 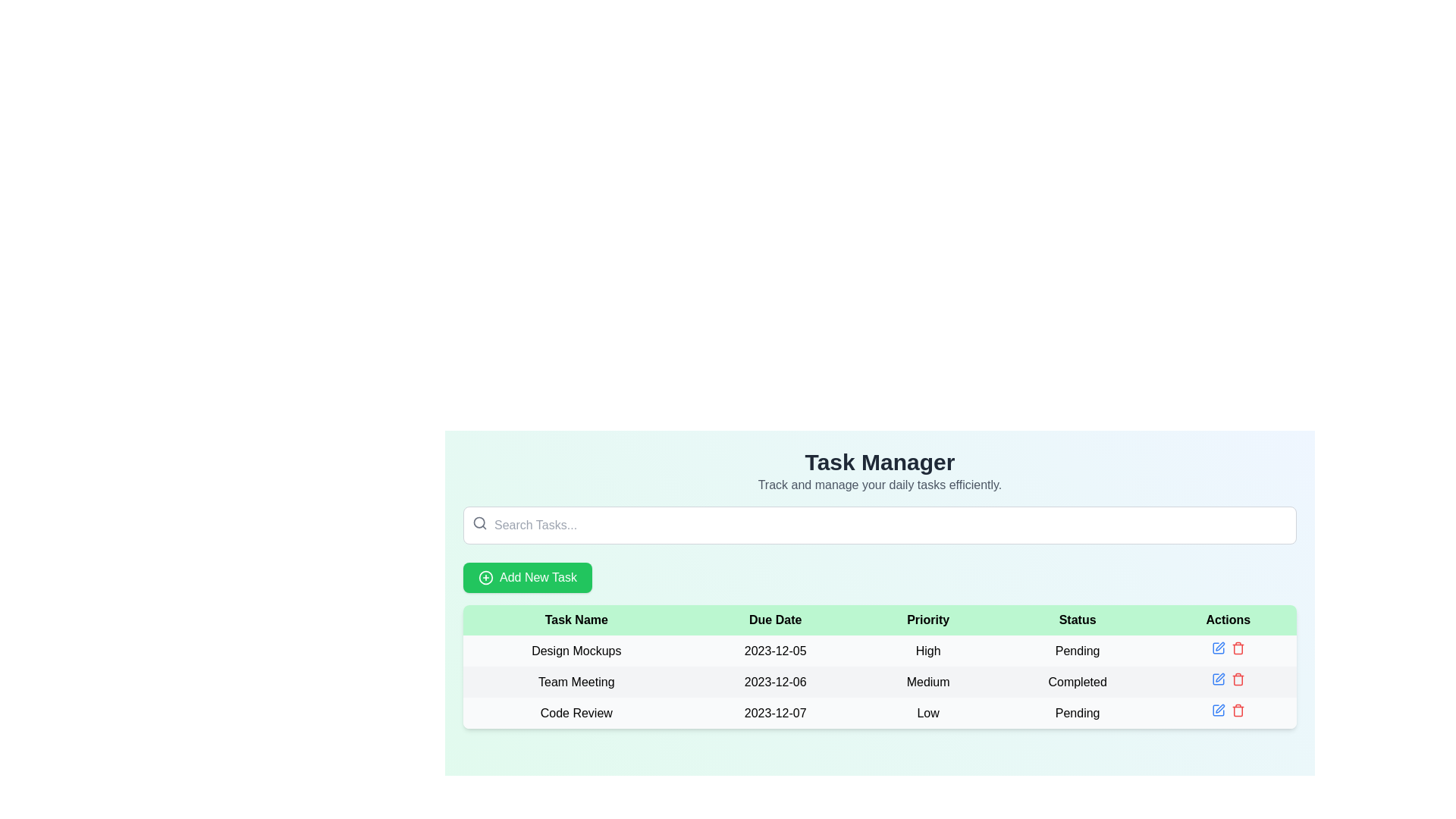 What do you see at coordinates (1238, 711) in the screenshot?
I see `the red trash icon button in the 'Actions' column` at bounding box center [1238, 711].